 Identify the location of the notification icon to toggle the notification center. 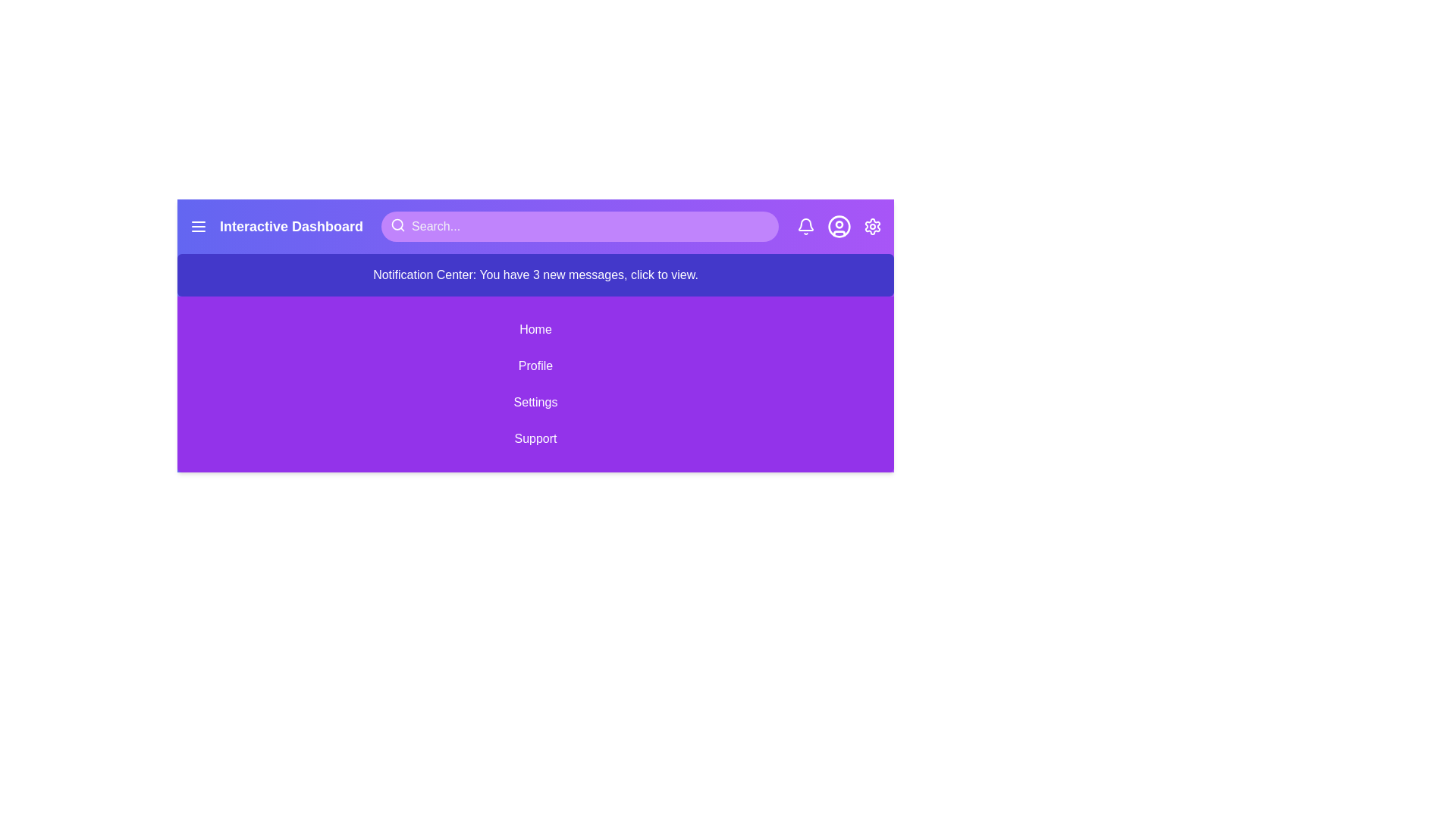
(805, 227).